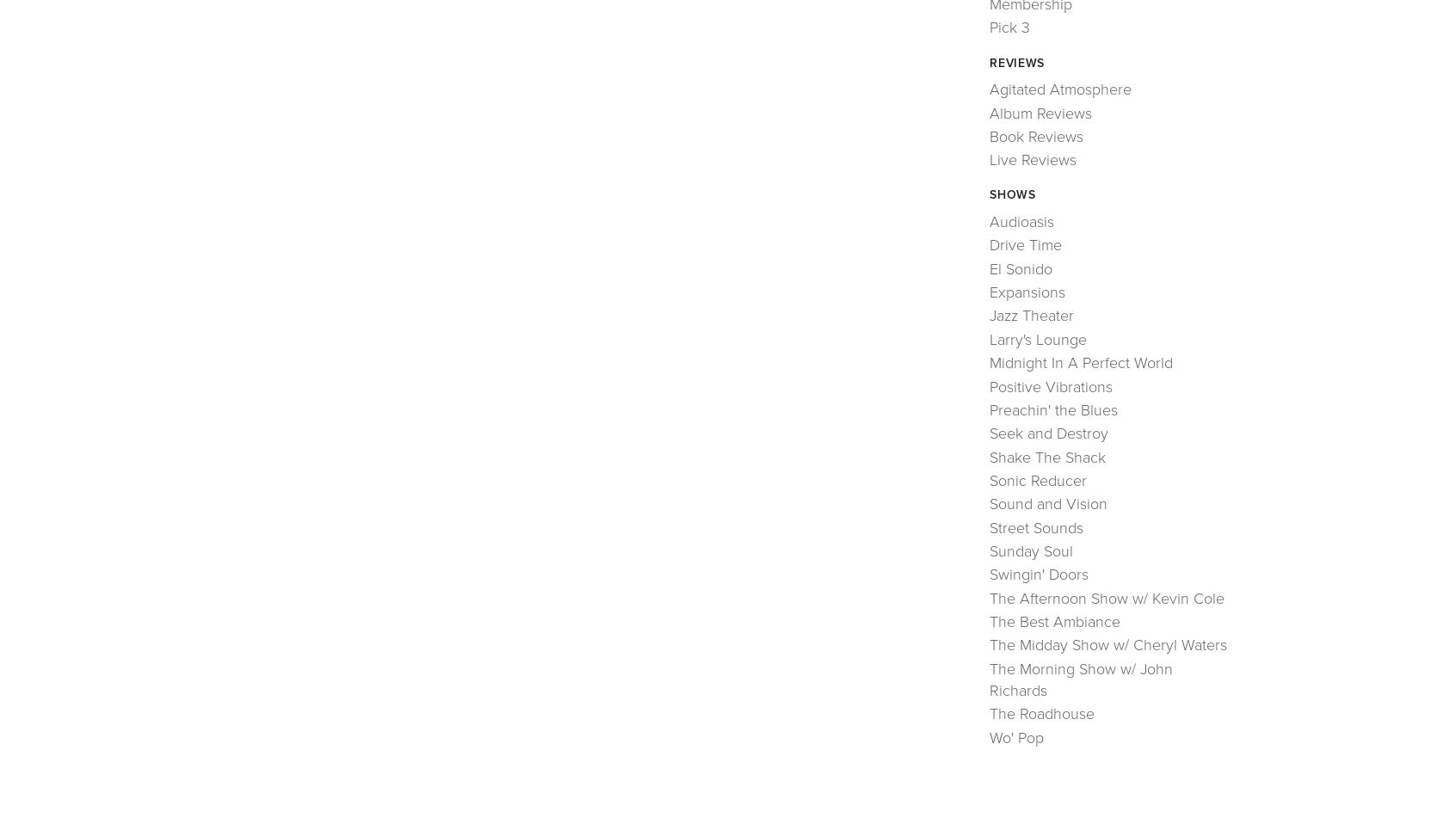  What do you see at coordinates (989, 338) in the screenshot?
I see `'Larry's Lounge'` at bounding box center [989, 338].